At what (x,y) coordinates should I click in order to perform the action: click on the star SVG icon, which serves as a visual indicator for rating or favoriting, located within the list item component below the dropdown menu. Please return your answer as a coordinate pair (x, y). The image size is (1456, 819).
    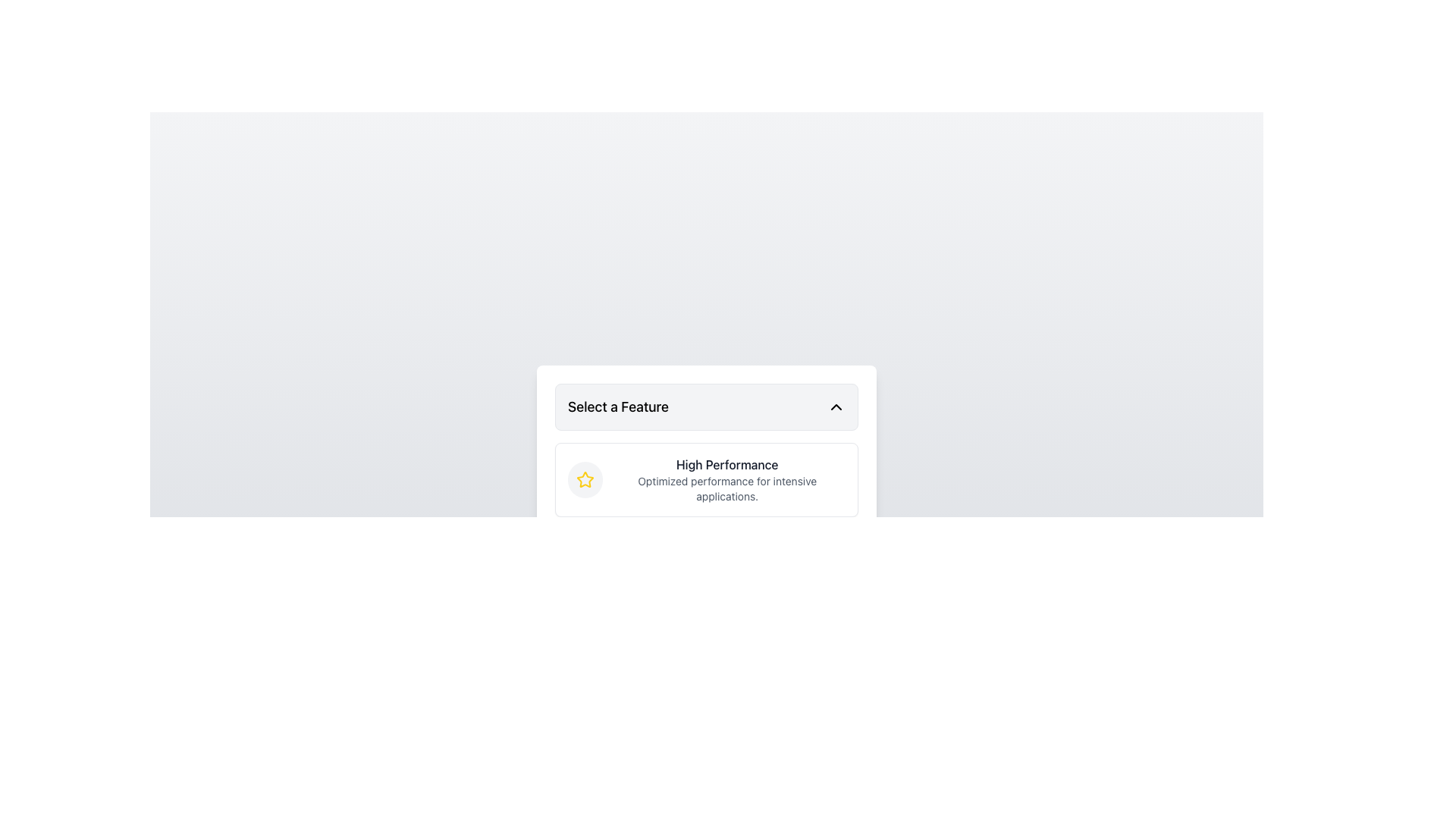
    Looking at the image, I should click on (585, 479).